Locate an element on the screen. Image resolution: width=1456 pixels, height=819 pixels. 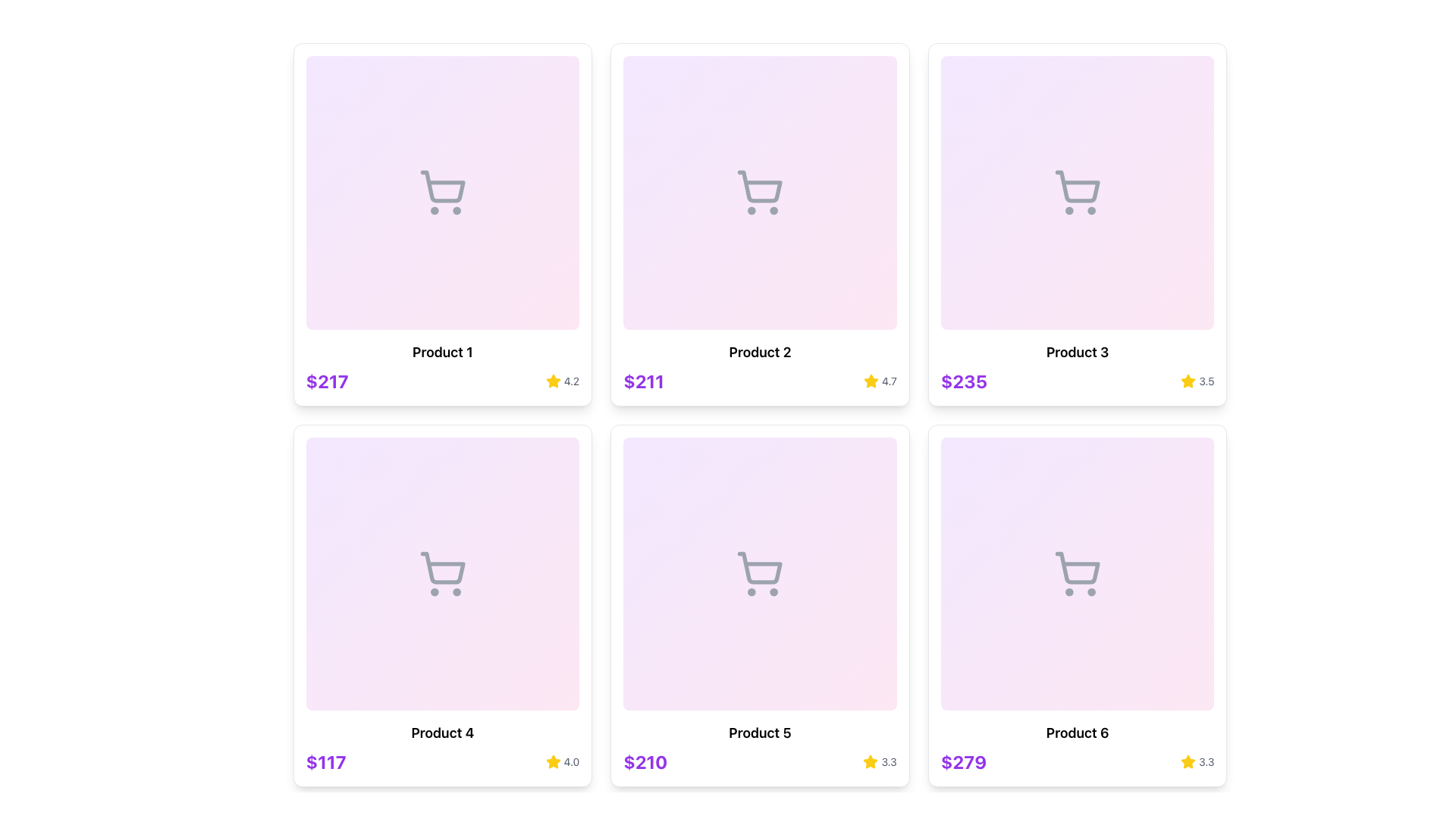
the shopping cart icon located in the second card of the top row of the product grid, which has a gradient background and is labeled 'Product 2' is located at coordinates (760, 192).